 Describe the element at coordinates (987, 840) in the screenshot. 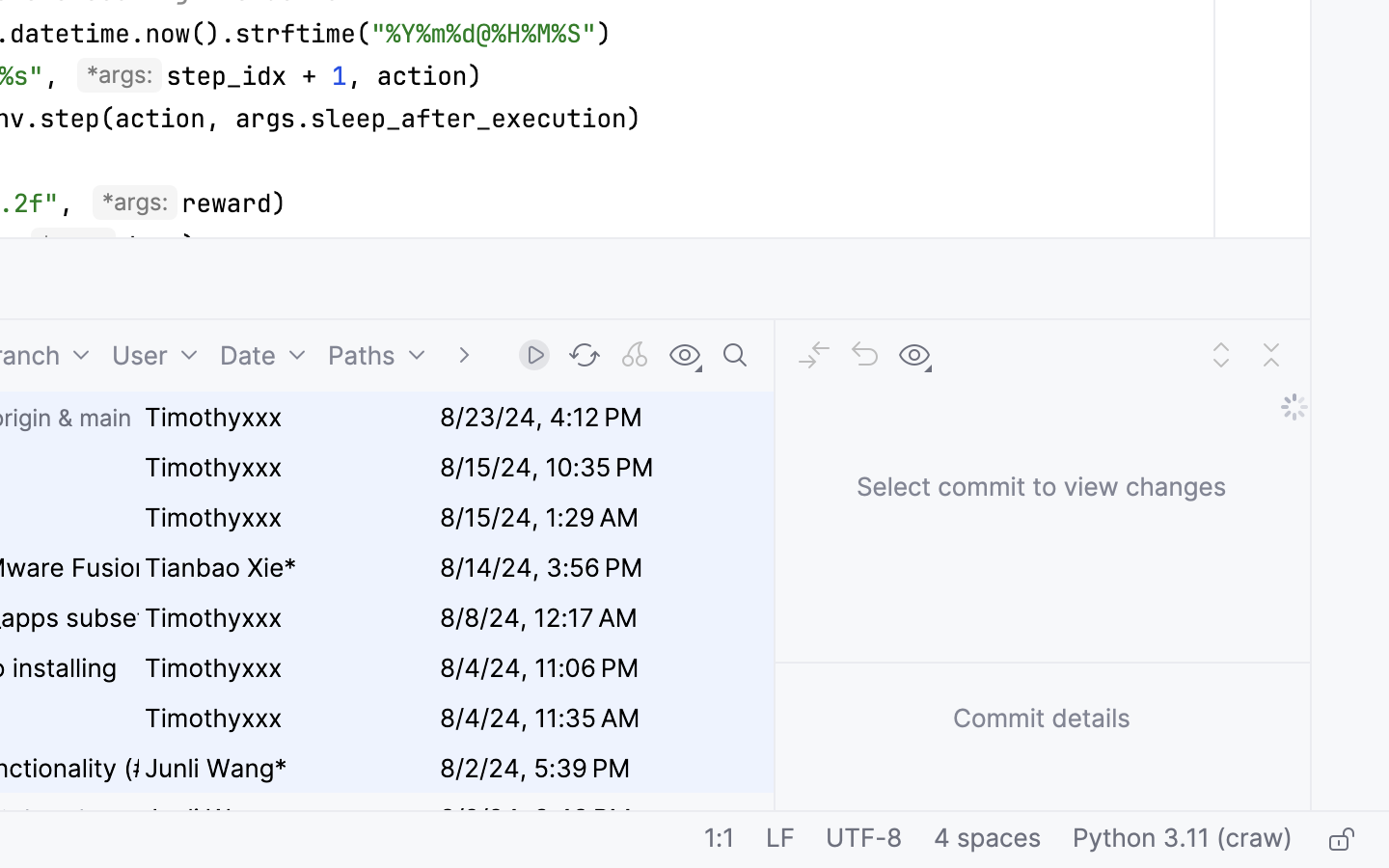

I see `'4 spaces'` at that location.